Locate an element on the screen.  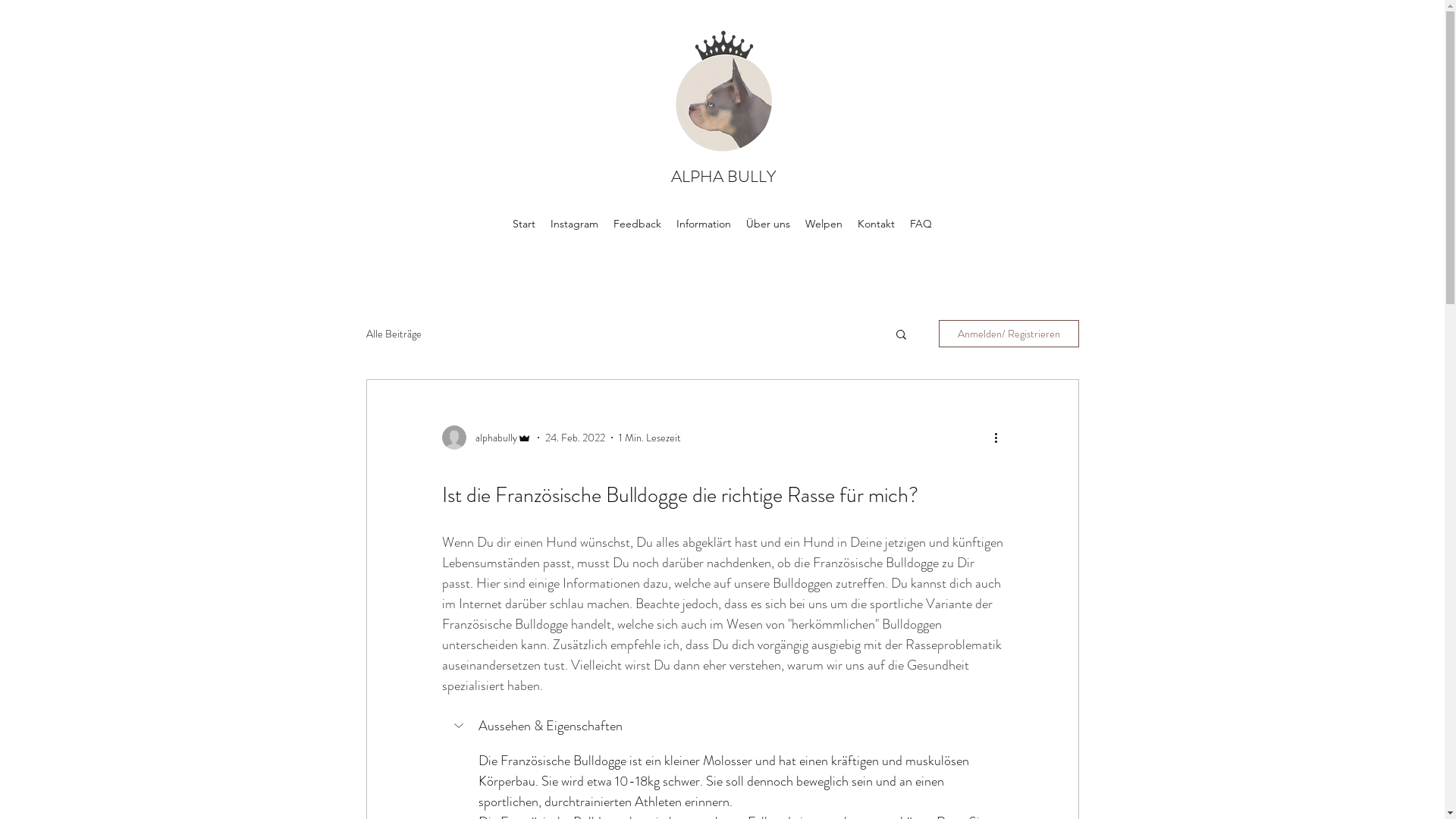
'Anmelden/ Registrieren' is located at coordinates (1009, 332).